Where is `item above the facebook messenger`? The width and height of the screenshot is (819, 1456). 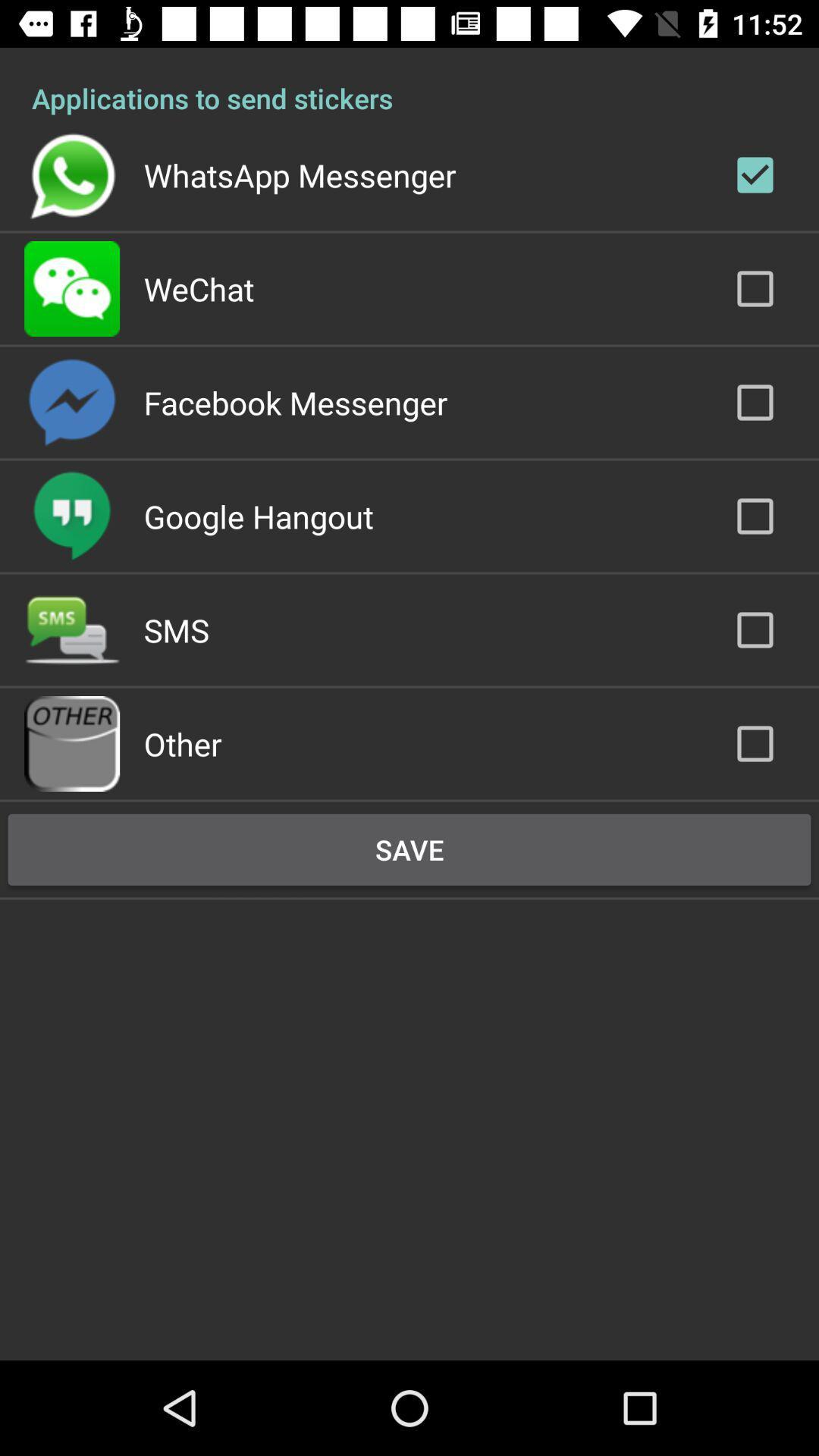 item above the facebook messenger is located at coordinates (198, 288).